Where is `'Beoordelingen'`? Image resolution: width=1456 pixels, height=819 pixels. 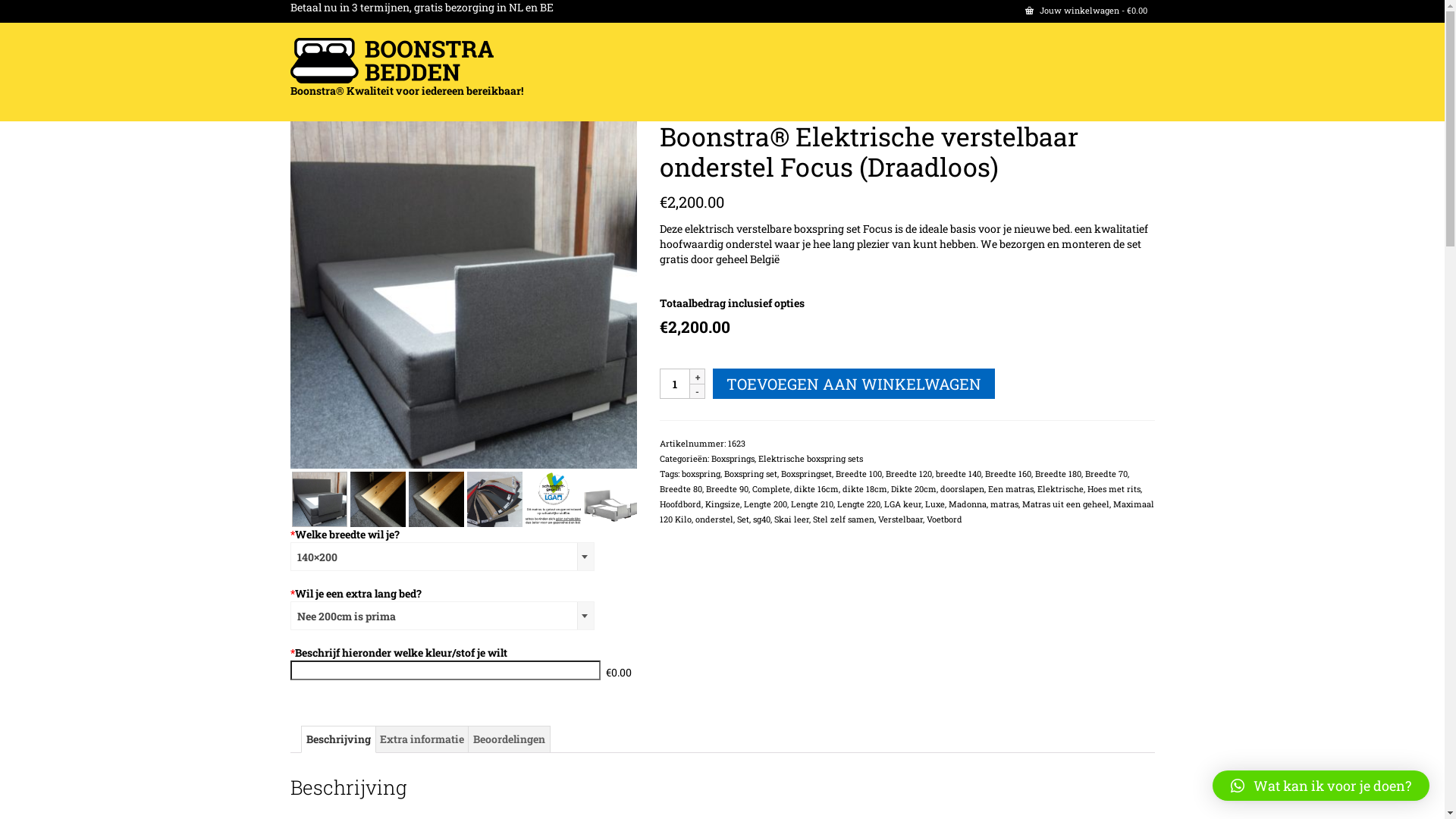 'Beoordelingen' is located at coordinates (509, 739).